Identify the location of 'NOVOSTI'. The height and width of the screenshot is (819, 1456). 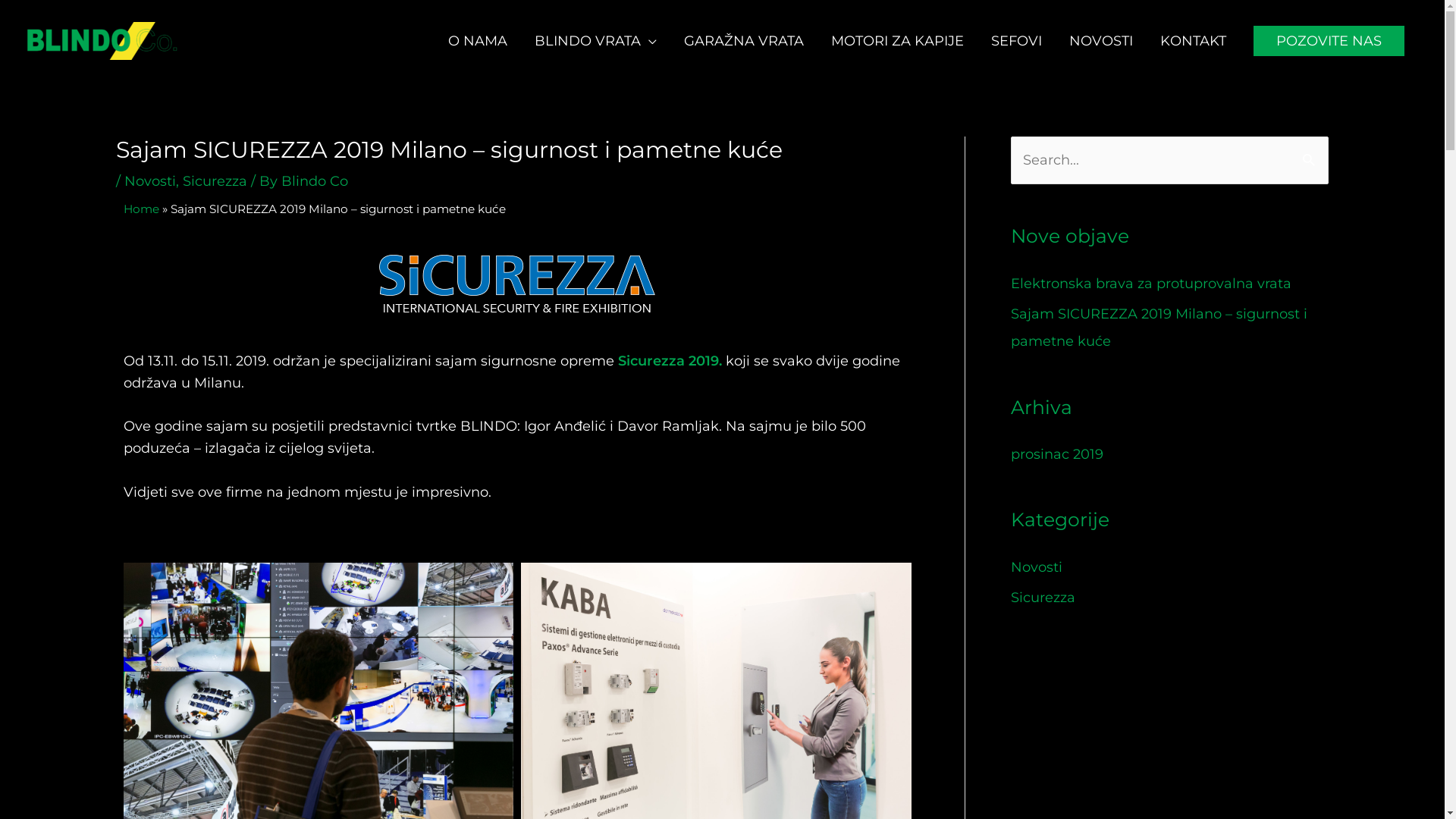
(1055, 40).